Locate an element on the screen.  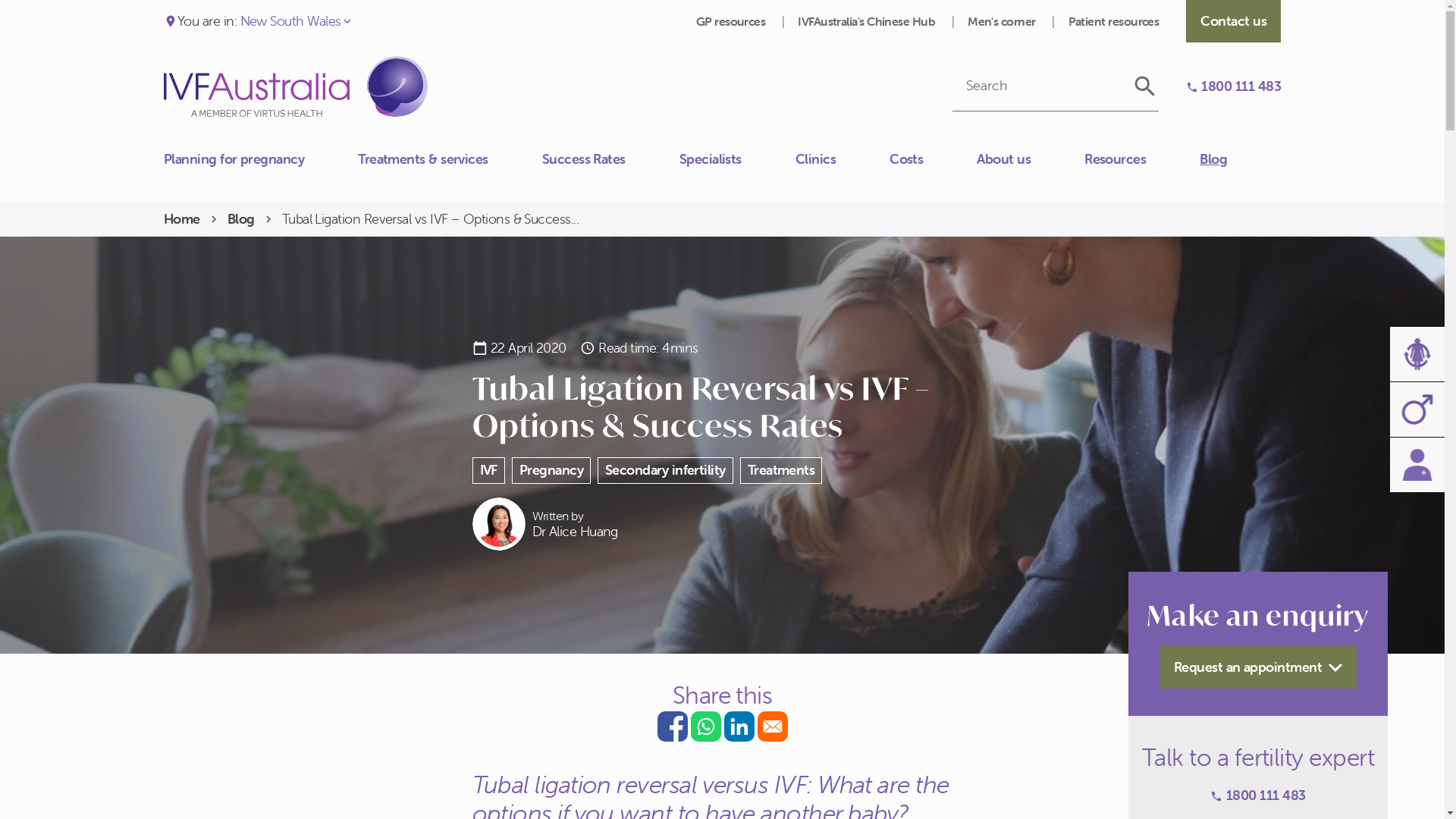
'GP resources' is located at coordinates (732, 20).